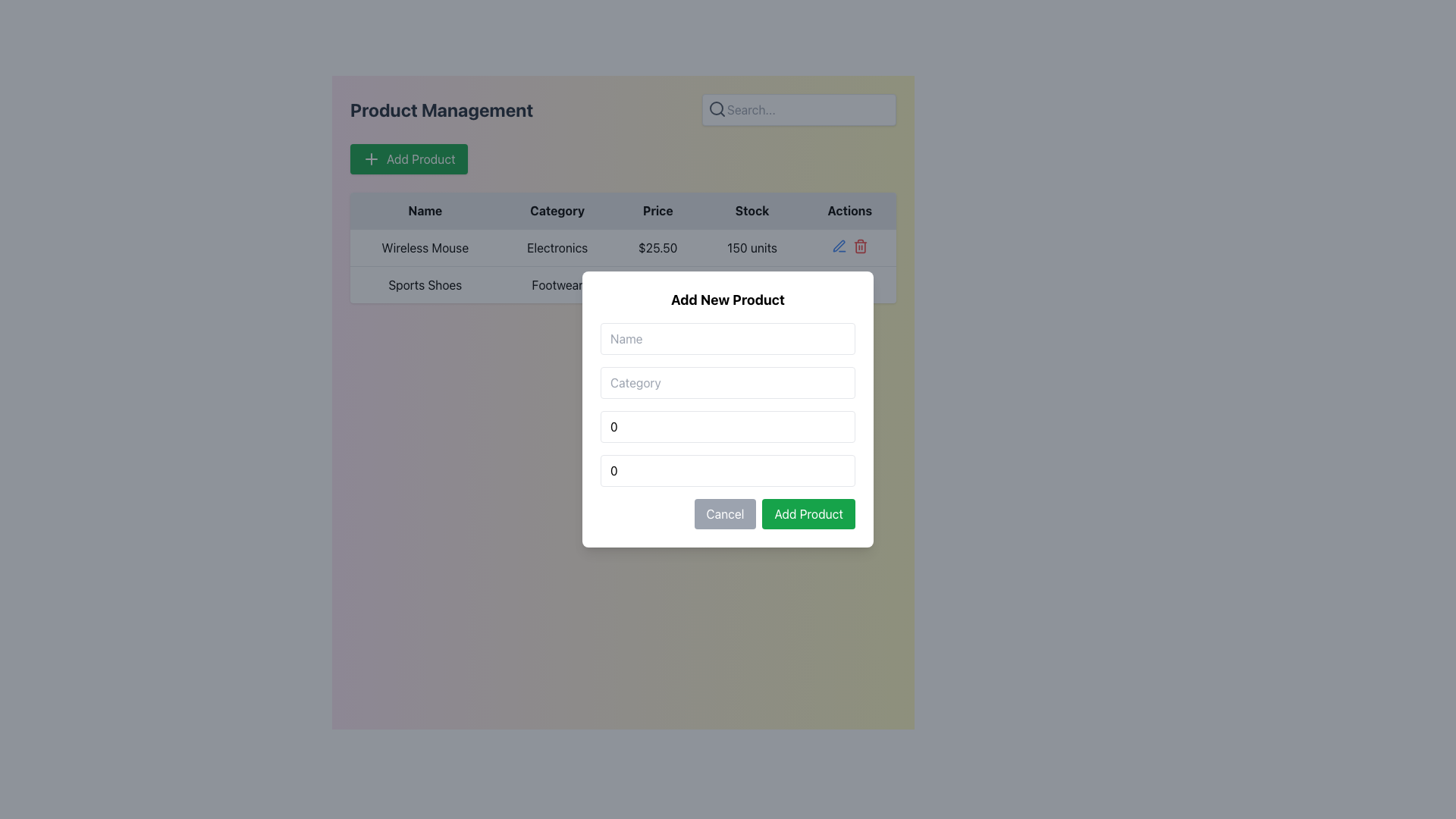  What do you see at coordinates (409, 158) in the screenshot?
I see `the green 'Add Product' button with a white plus icon to observe visual feedback` at bounding box center [409, 158].